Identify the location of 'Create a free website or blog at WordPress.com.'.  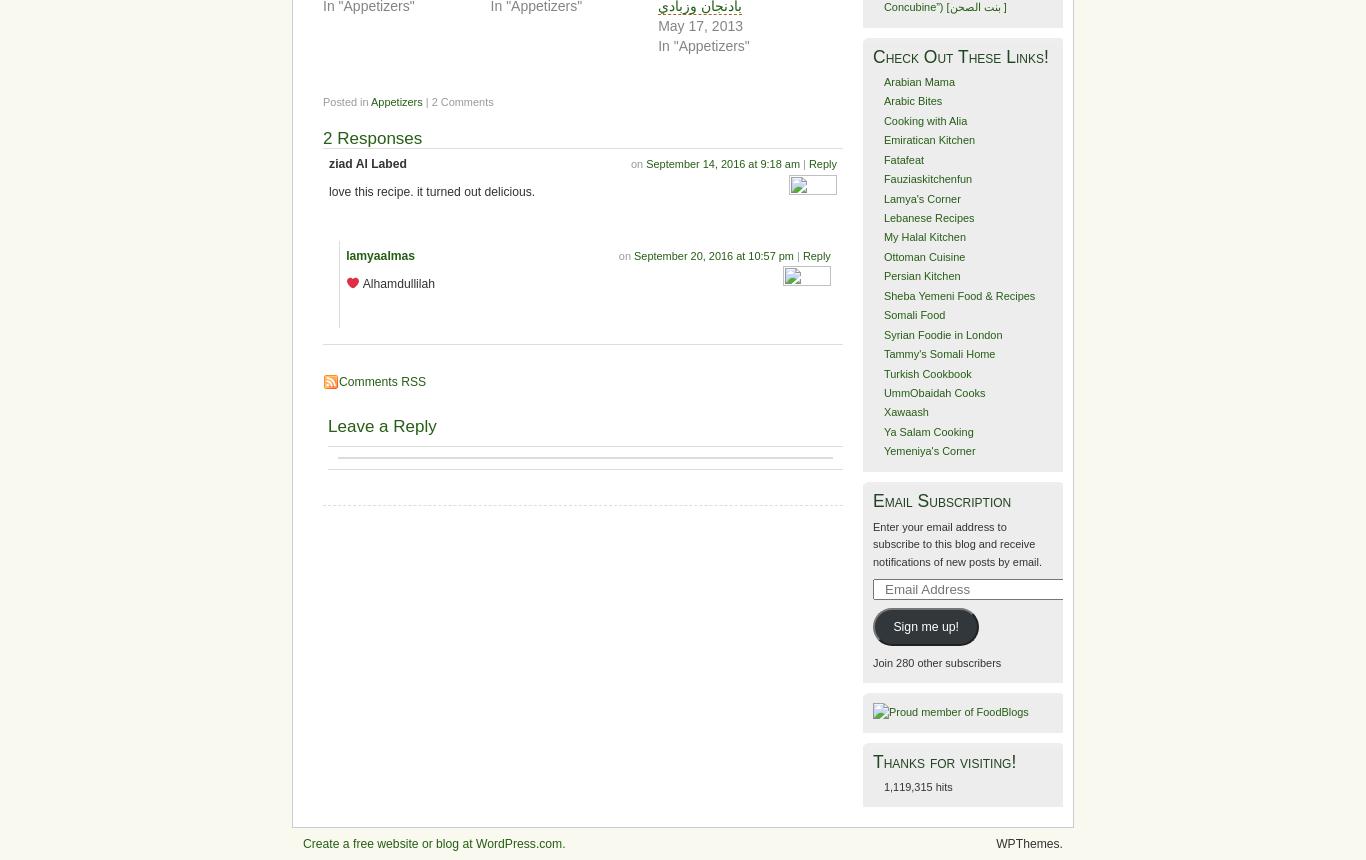
(432, 841).